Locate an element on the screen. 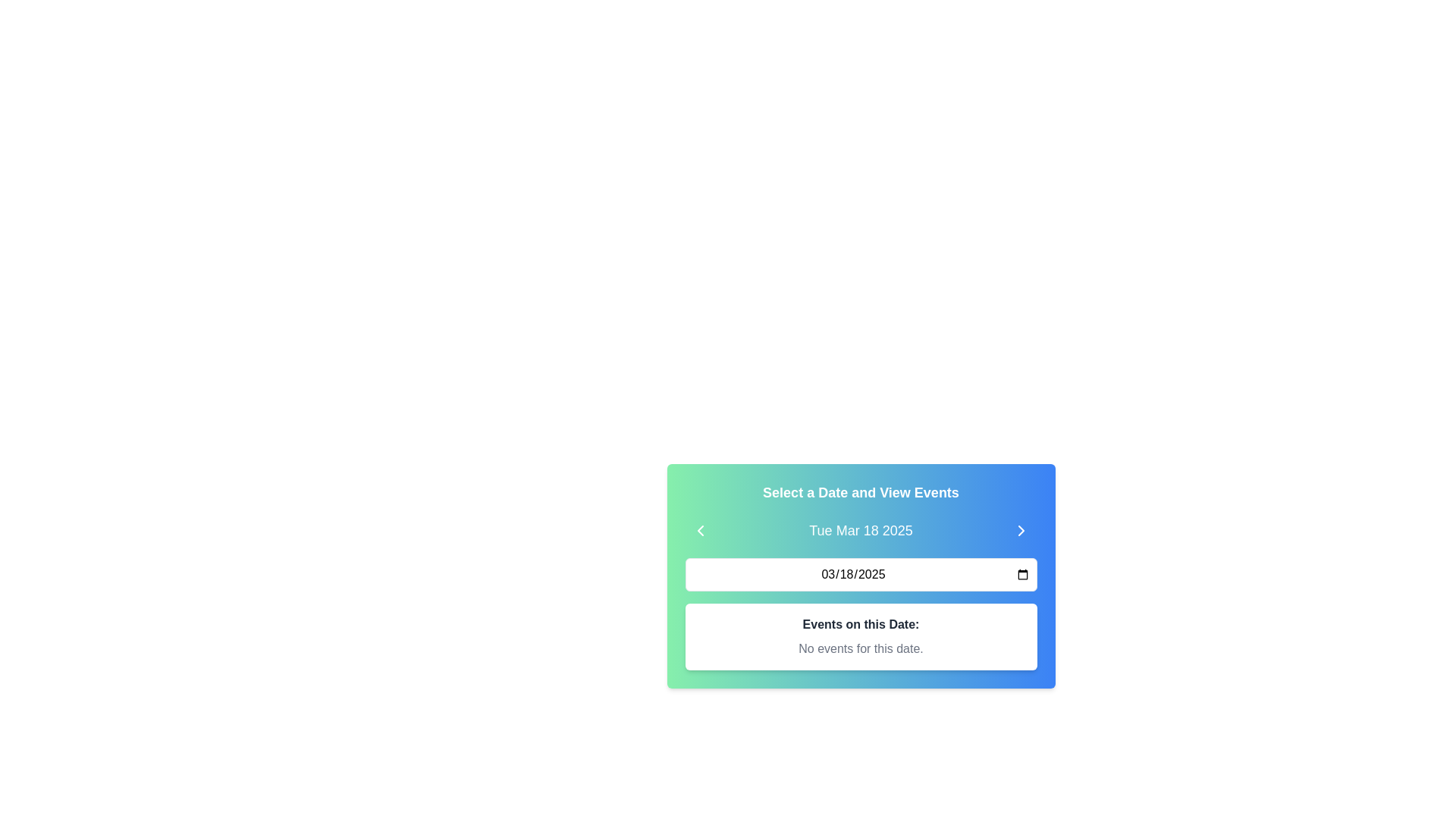 Image resolution: width=1456 pixels, height=819 pixels. the informational panel that displays event-related information for the selected date, indicating no events for the specified date is located at coordinates (861, 637).